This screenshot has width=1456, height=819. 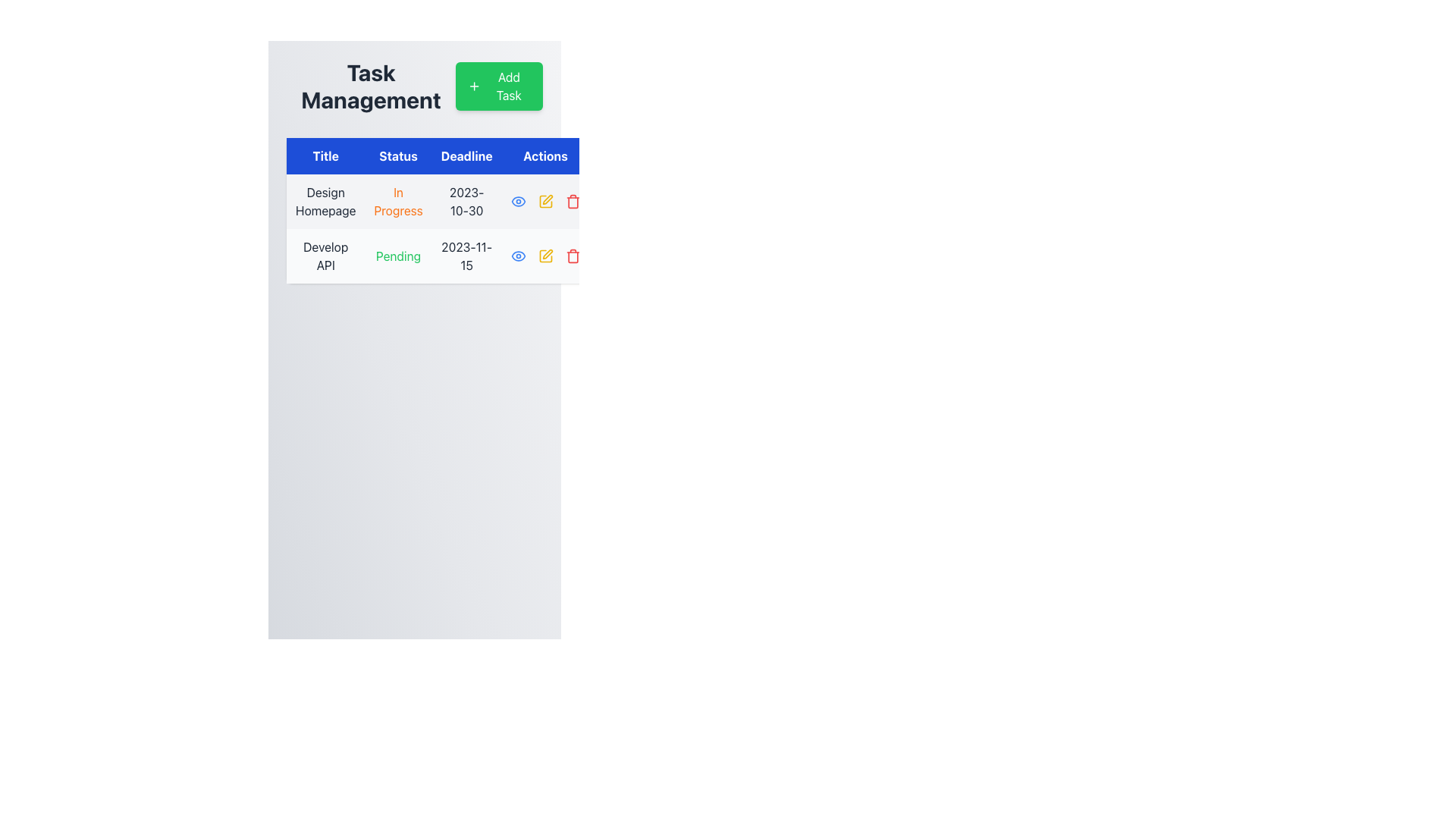 I want to click on the edit button located in the 'Actions' column of the first row of the table, so click(x=545, y=201).